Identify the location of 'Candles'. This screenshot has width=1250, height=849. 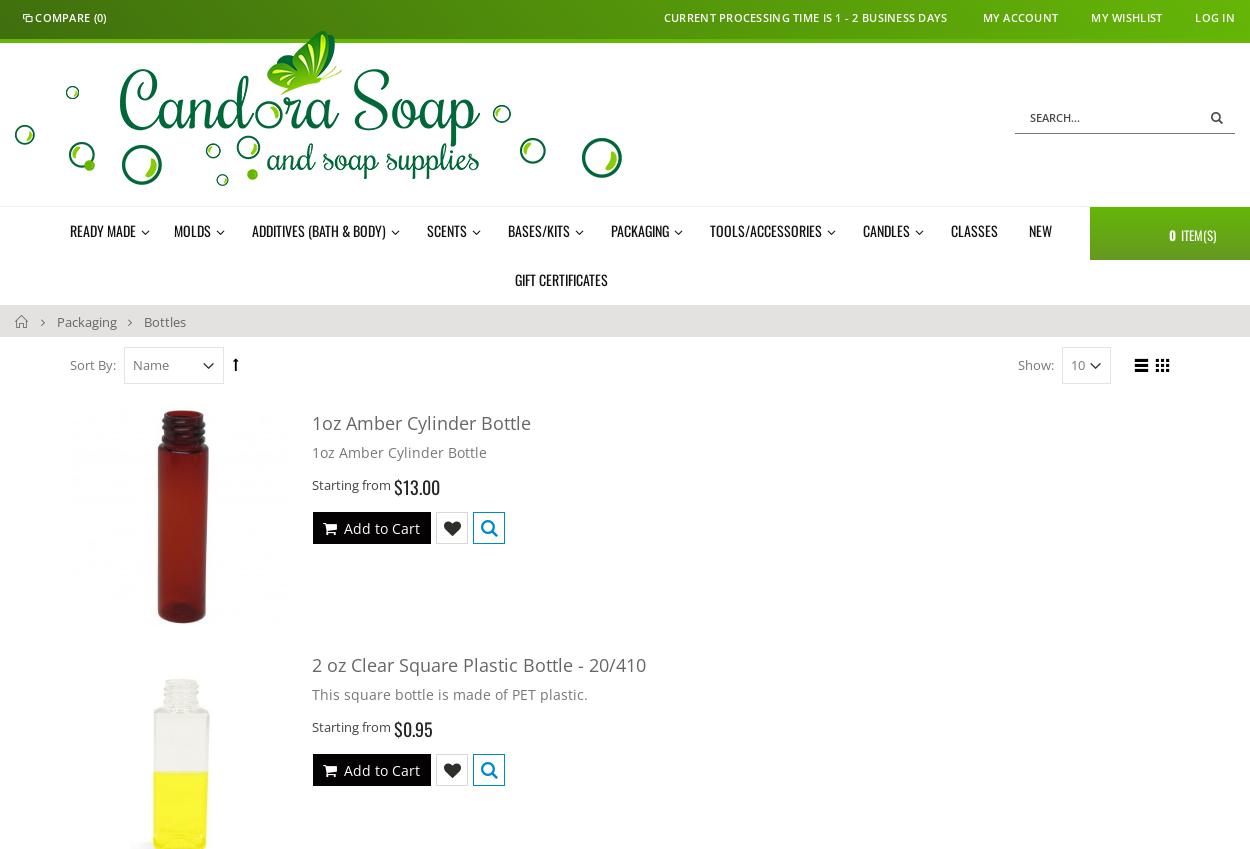
(886, 228).